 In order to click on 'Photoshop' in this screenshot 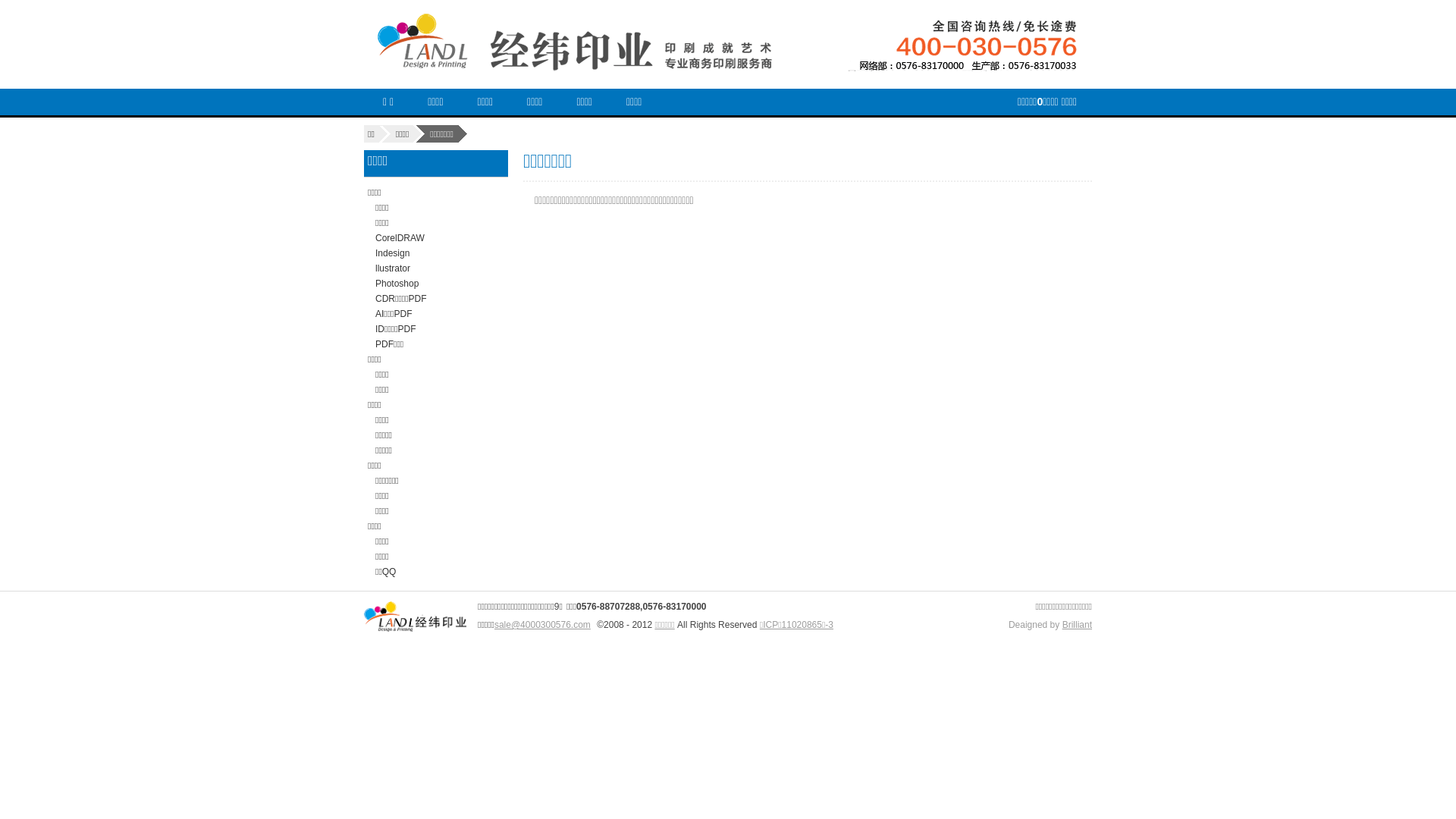, I will do `click(397, 284)`.